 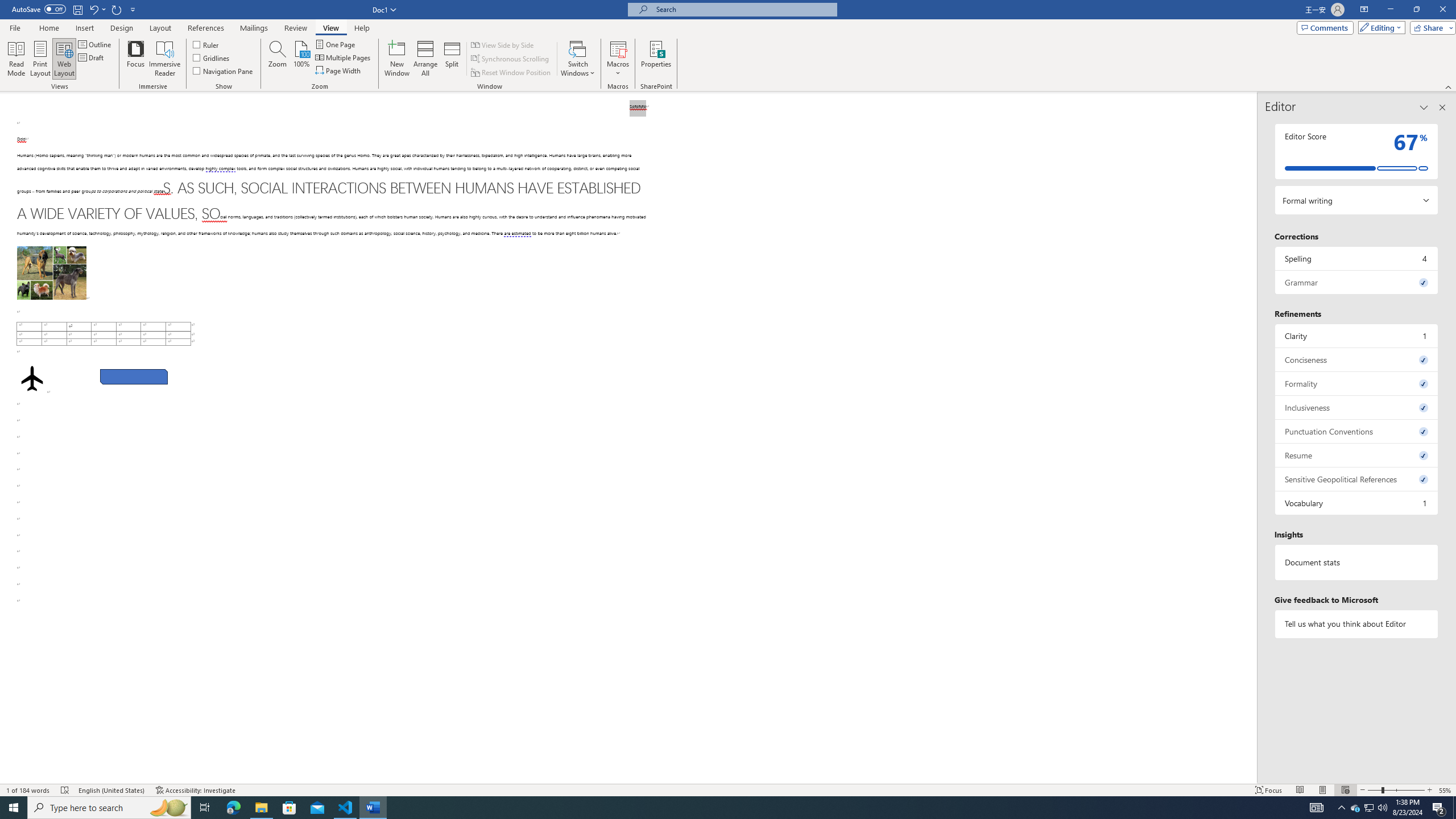 I want to click on 'Zoom 55%', so click(x=1445, y=790).